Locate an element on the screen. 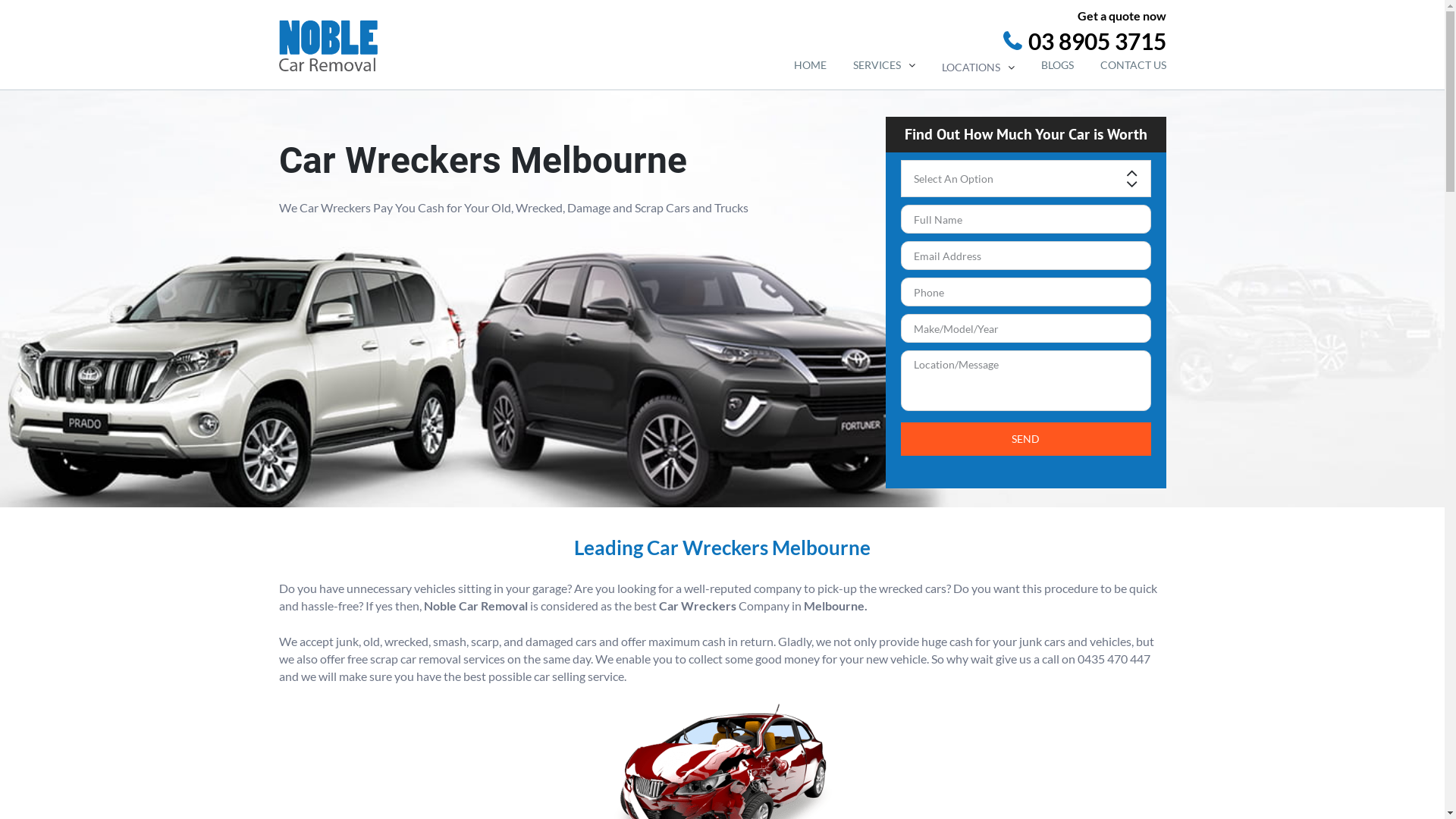 The height and width of the screenshot is (819, 1456). 'CONTACT US' is located at coordinates (1099, 64).